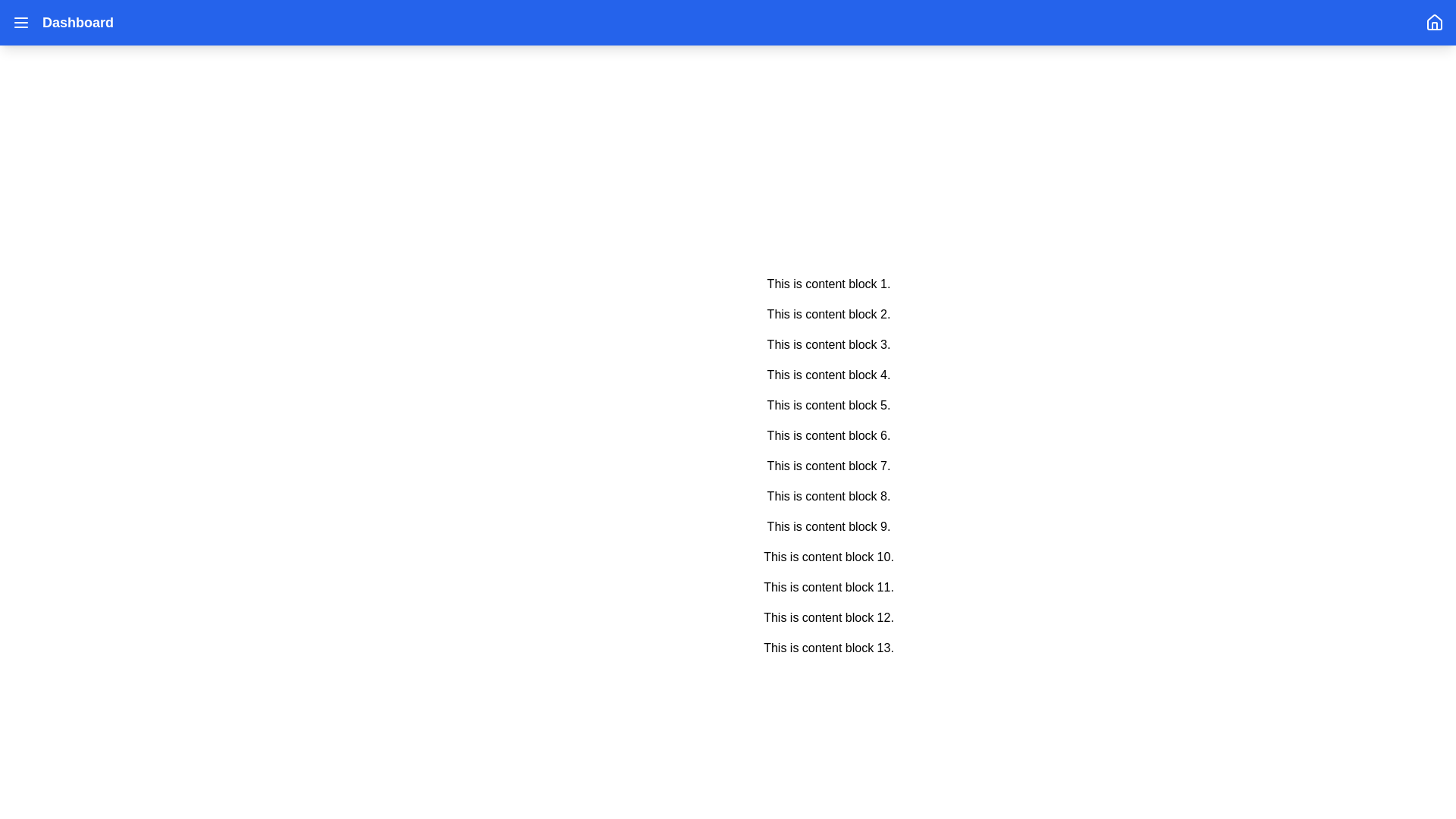 Image resolution: width=1456 pixels, height=819 pixels. What do you see at coordinates (828, 617) in the screenshot?
I see `the static text label displaying 'This is content block 12.', the twelfth item in a list of content blocks` at bounding box center [828, 617].